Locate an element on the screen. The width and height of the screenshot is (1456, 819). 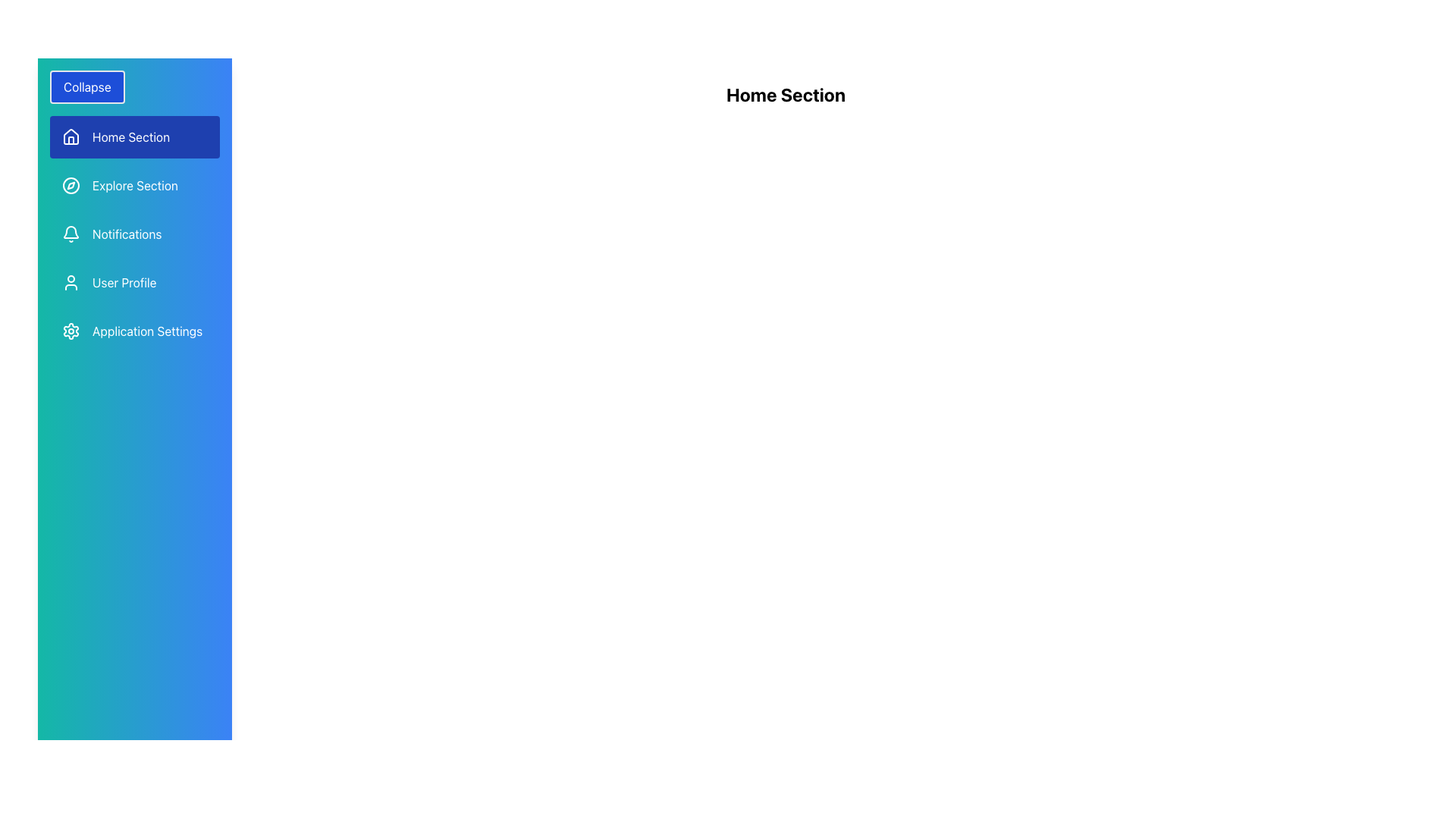
the circular compass icon located in the sidebar menu, positioned above the 'Notifications' entry and below the 'Home Section' entry, to the left of the 'Explore Section' label is located at coordinates (71, 185).